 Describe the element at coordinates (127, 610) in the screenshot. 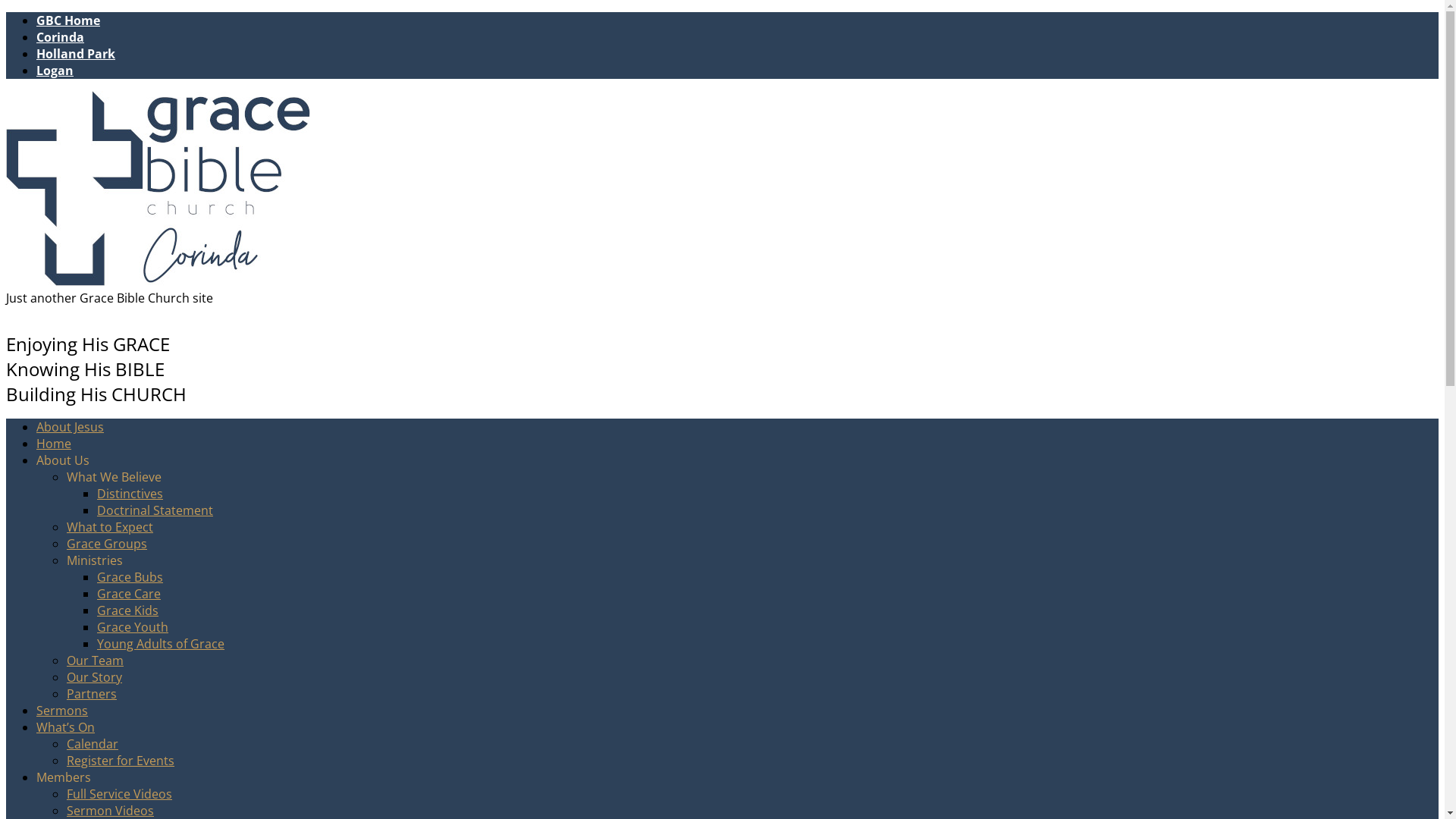

I see `'Grace Kids'` at that location.